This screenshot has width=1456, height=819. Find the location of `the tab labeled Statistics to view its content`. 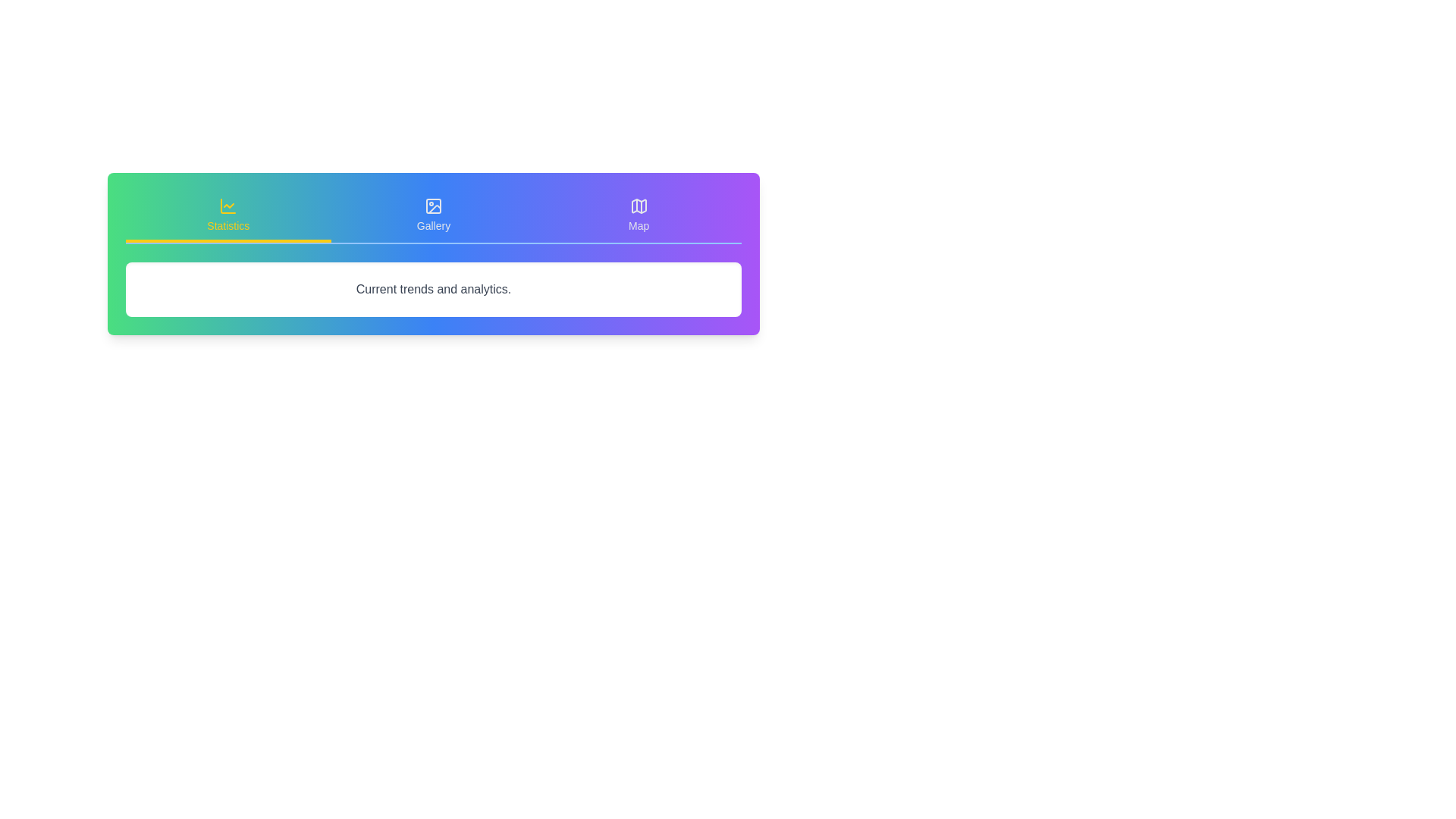

the tab labeled Statistics to view its content is located at coordinates (227, 216).